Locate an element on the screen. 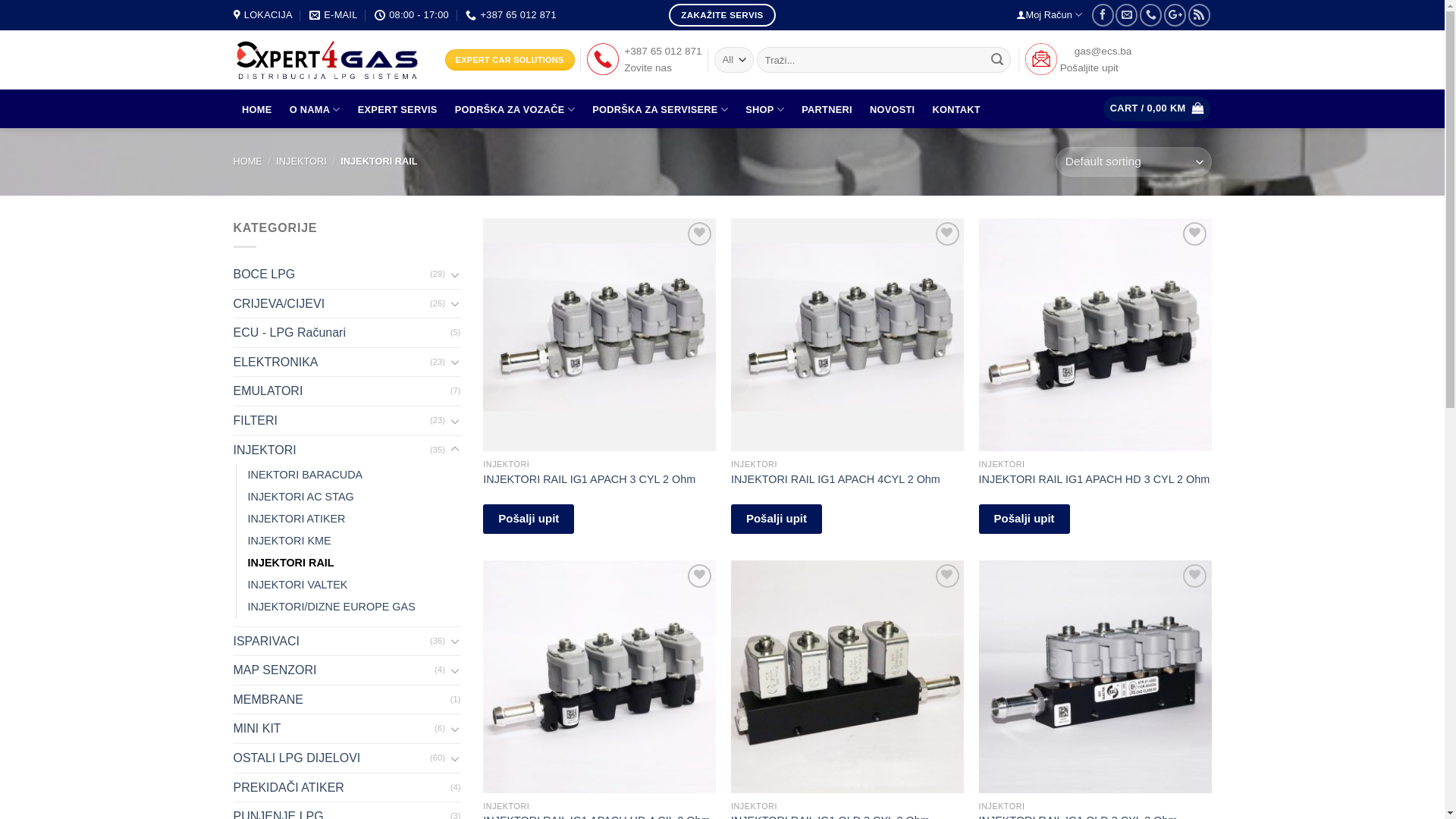 Image resolution: width=1456 pixels, height=819 pixels. '08:00 - 17:00' is located at coordinates (411, 14).